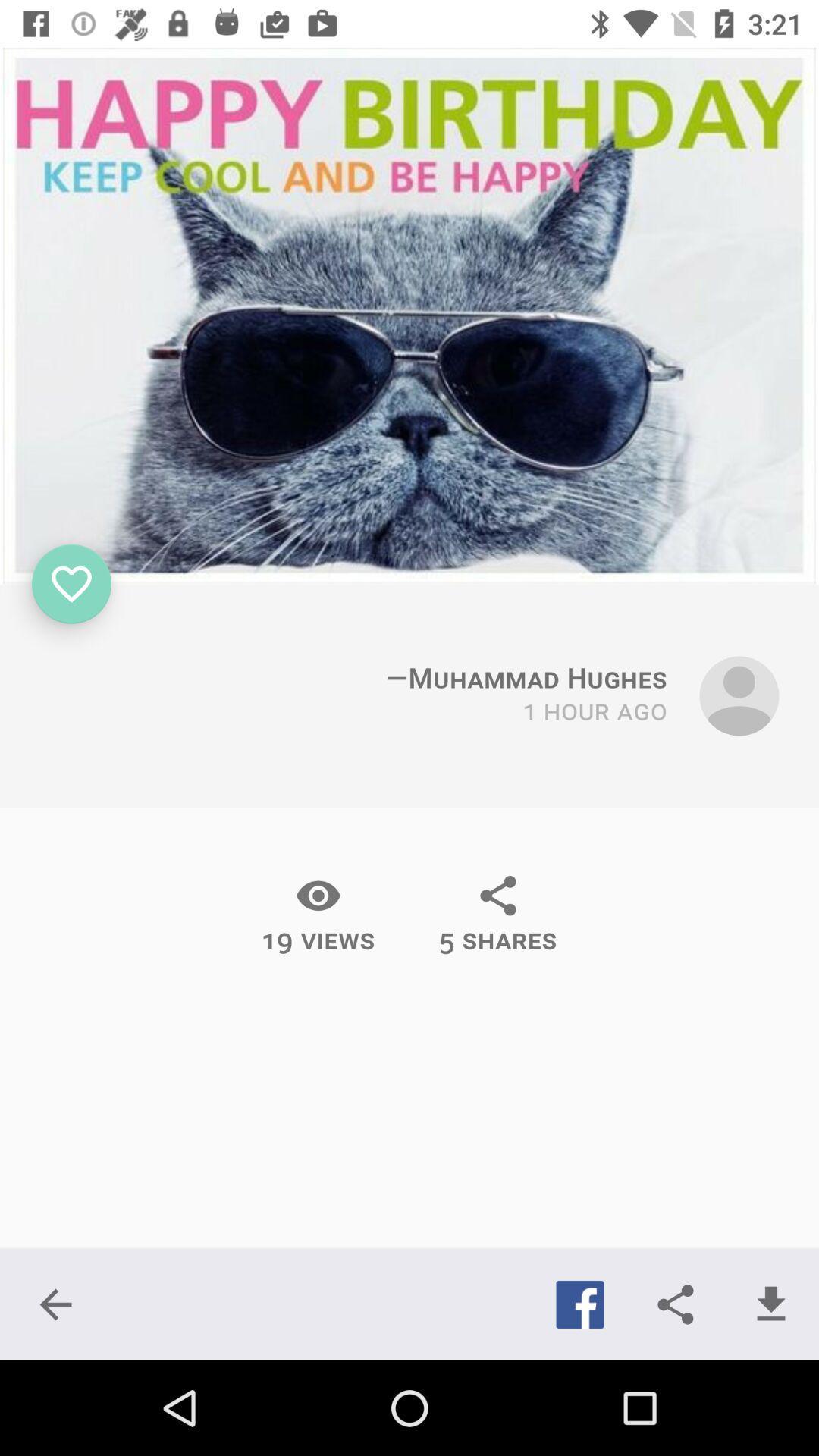  What do you see at coordinates (497, 913) in the screenshot?
I see `the icon with the text which is right to the text 19 views` at bounding box center [497, 913].